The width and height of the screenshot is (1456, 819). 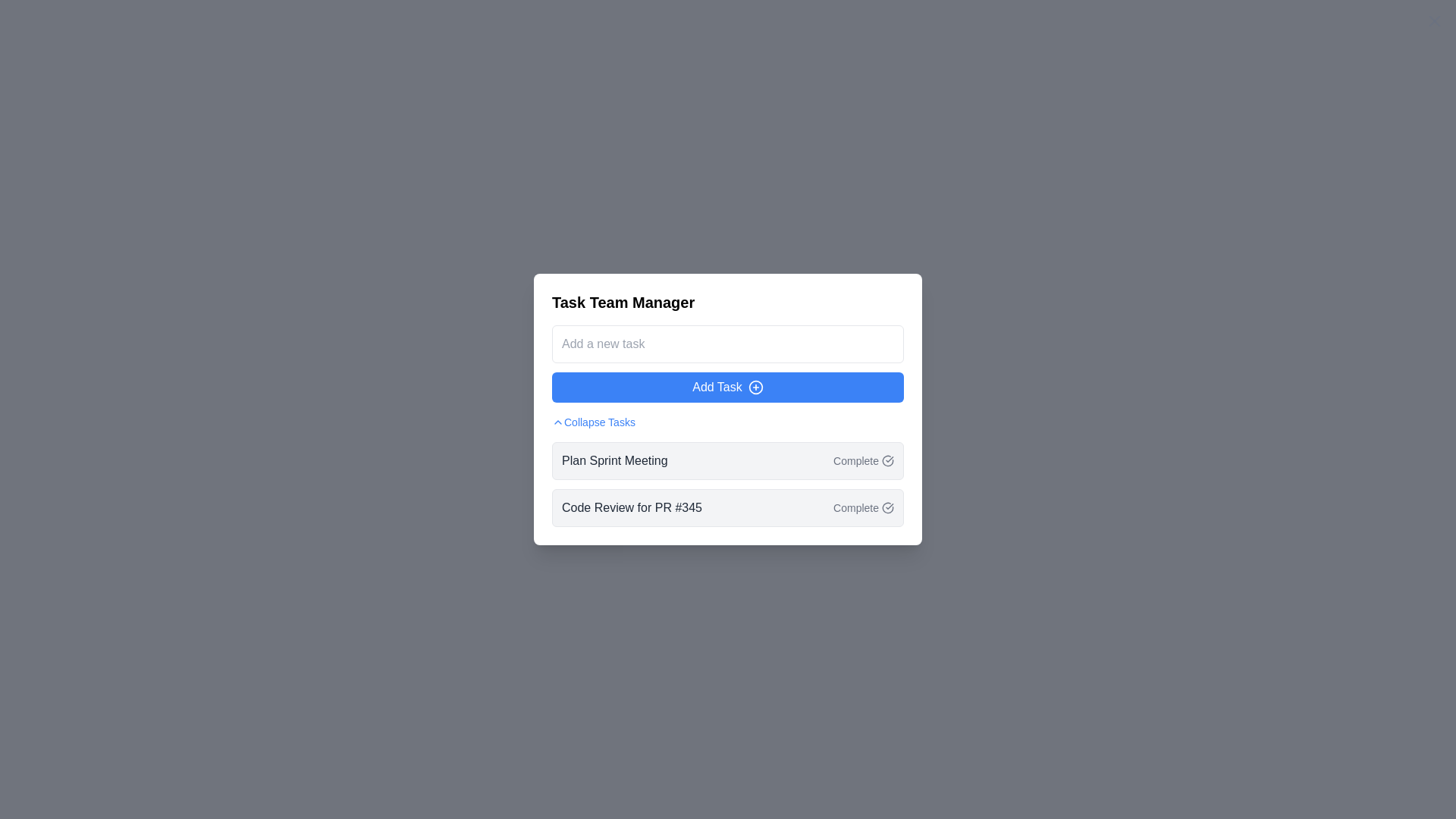 What do you see at coordinates (728, 363) in the screenshot?
I see `the text input field for entering task details, located below the 'Task Team Manager' header and above the 'Add Task' button` at bounding box center [728, 363].